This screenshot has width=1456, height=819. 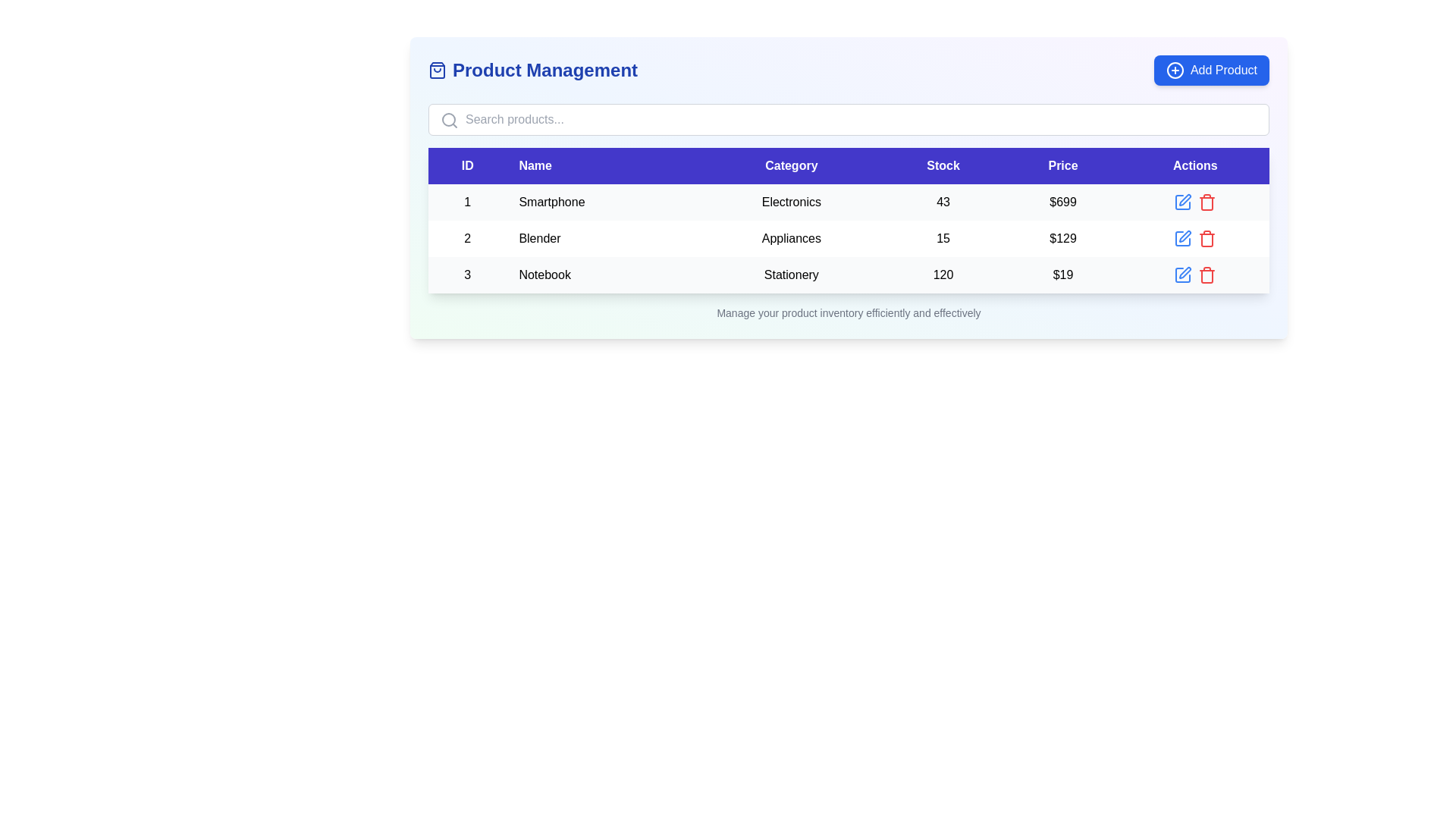 I want to click on the 'Edit' icon button located in the 'Actions' column of the second row of the table to initiate editing, so click(x=1182, y=239).